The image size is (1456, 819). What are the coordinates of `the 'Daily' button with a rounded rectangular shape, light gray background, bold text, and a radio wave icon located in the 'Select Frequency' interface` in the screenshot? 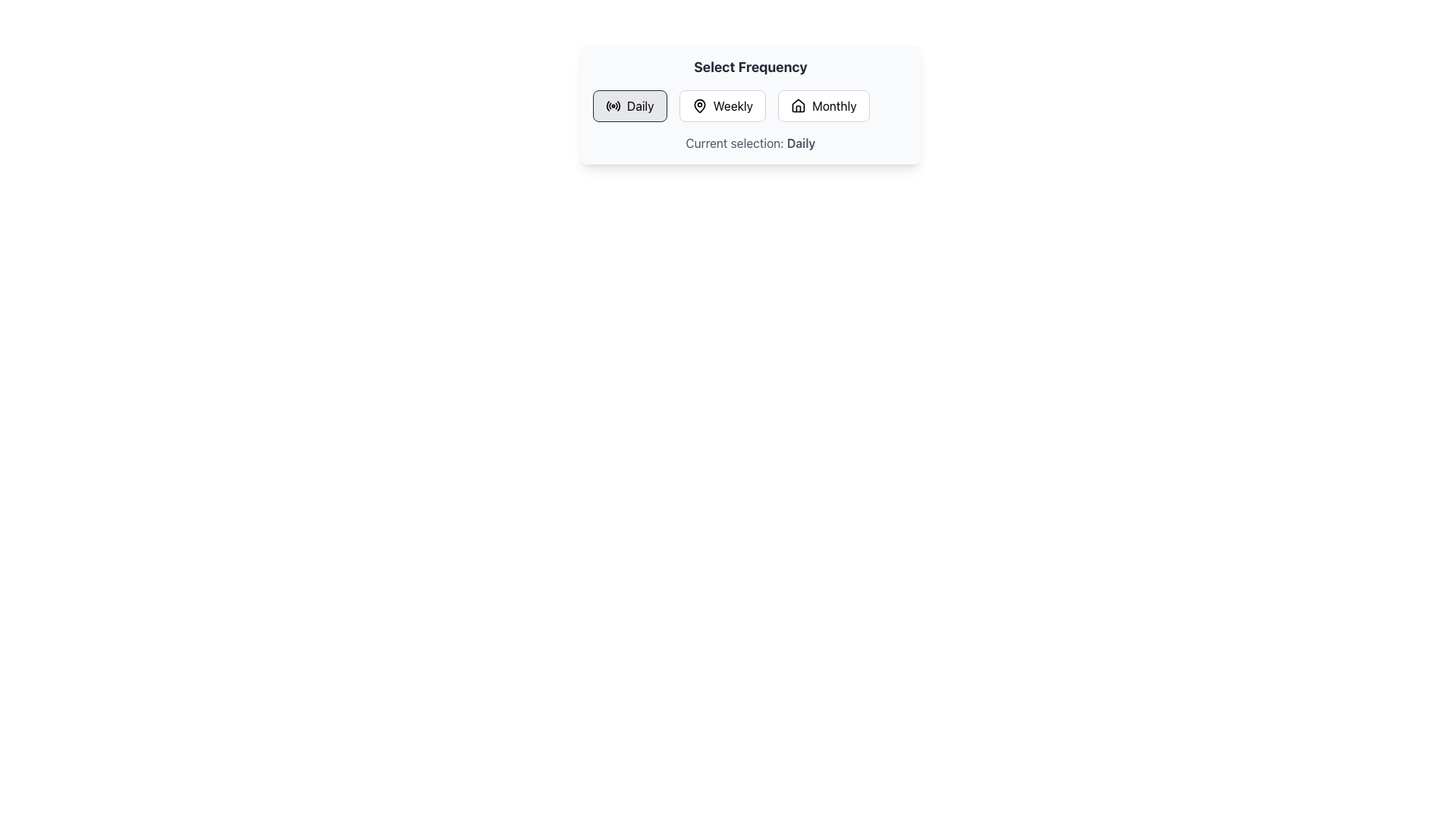 It's located at (629, 105).